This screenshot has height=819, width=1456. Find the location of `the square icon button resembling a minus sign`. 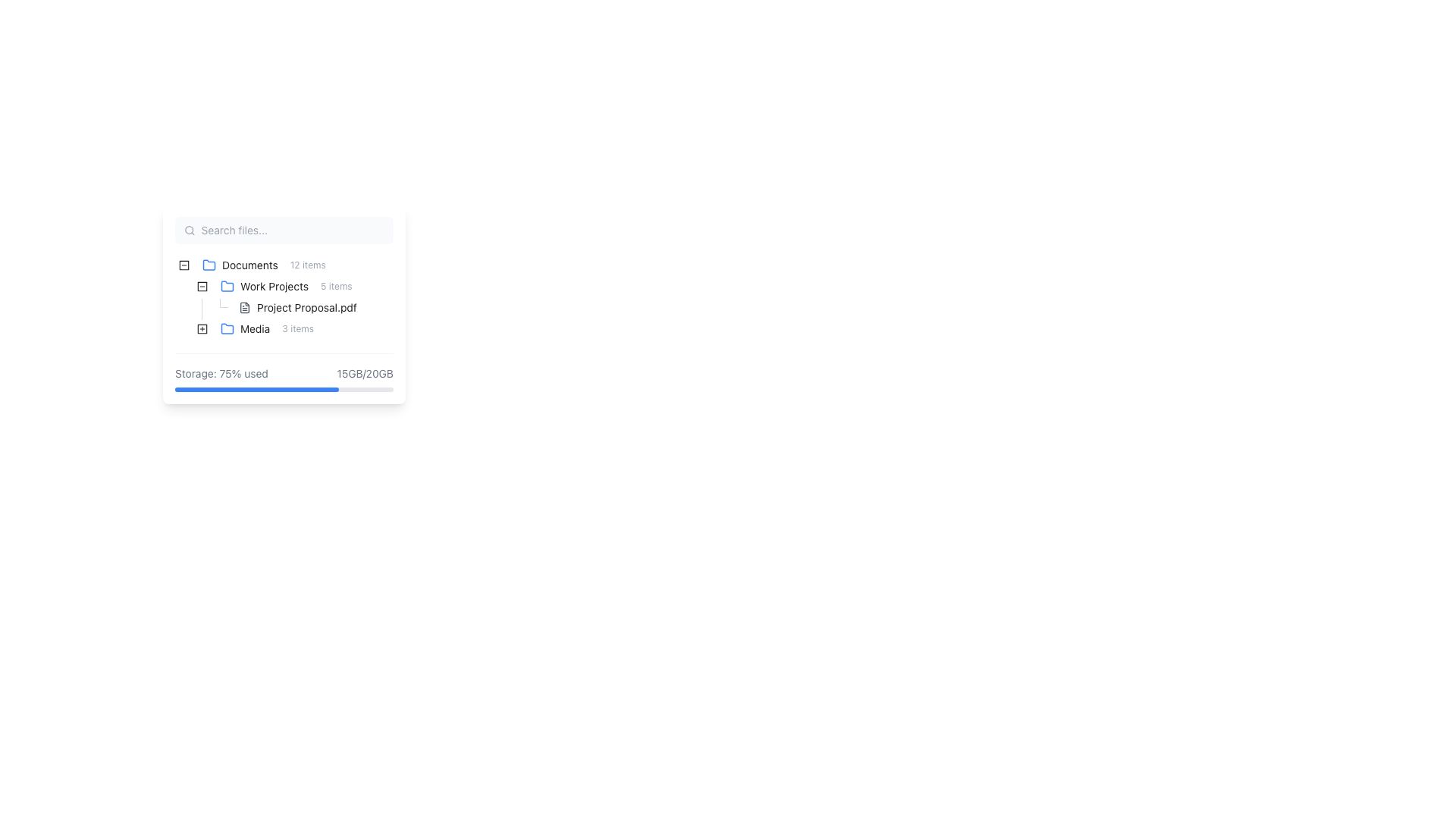

the square icon button resembling a minus sign is located at coordinates (202, 287).